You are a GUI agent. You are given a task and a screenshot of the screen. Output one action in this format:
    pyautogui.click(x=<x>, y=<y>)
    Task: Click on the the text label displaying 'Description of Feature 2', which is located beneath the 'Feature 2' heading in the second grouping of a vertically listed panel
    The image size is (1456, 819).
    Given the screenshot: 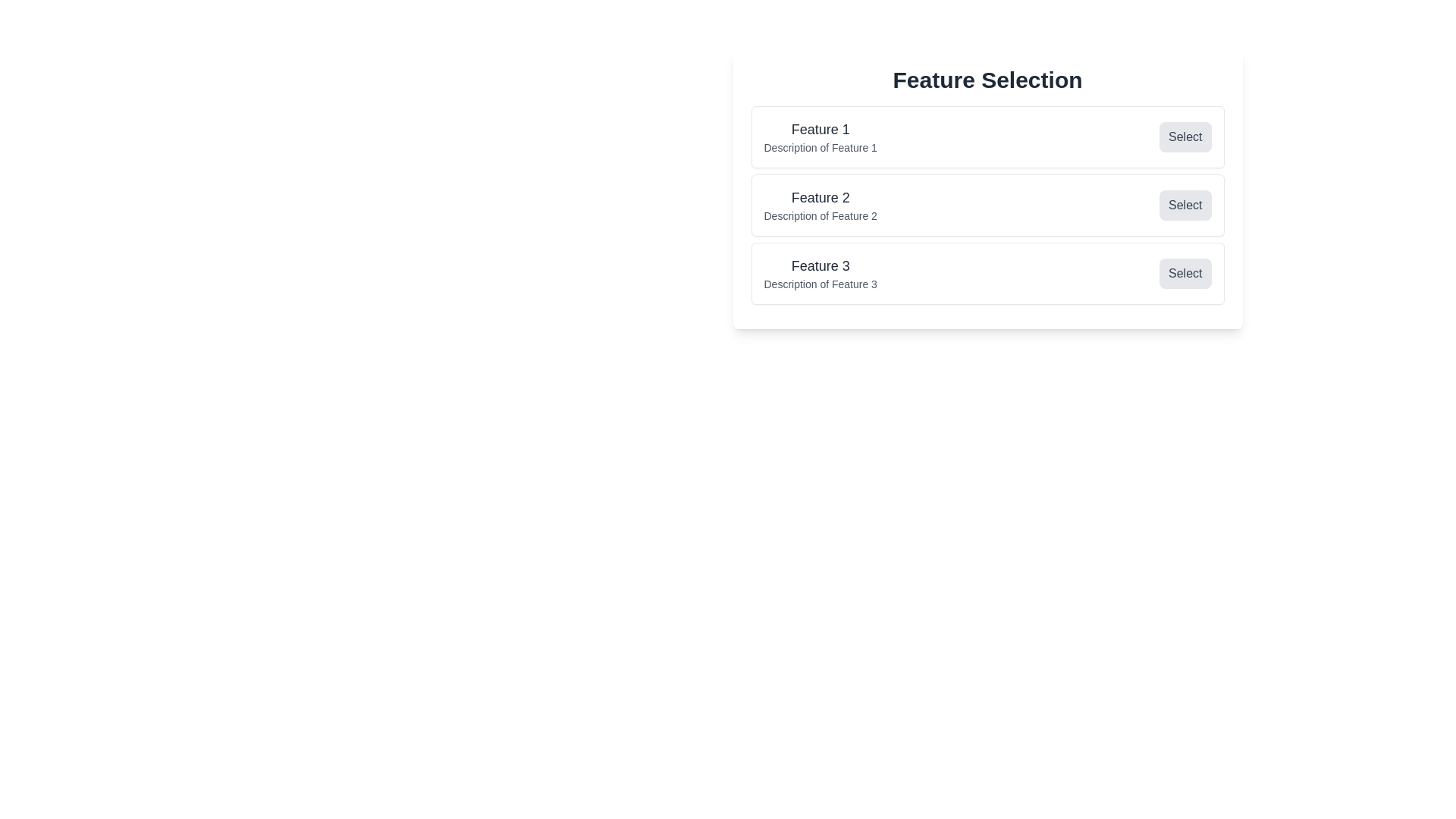 What is the action you would take?
    pyautogui.click(x=820, y=216)
    